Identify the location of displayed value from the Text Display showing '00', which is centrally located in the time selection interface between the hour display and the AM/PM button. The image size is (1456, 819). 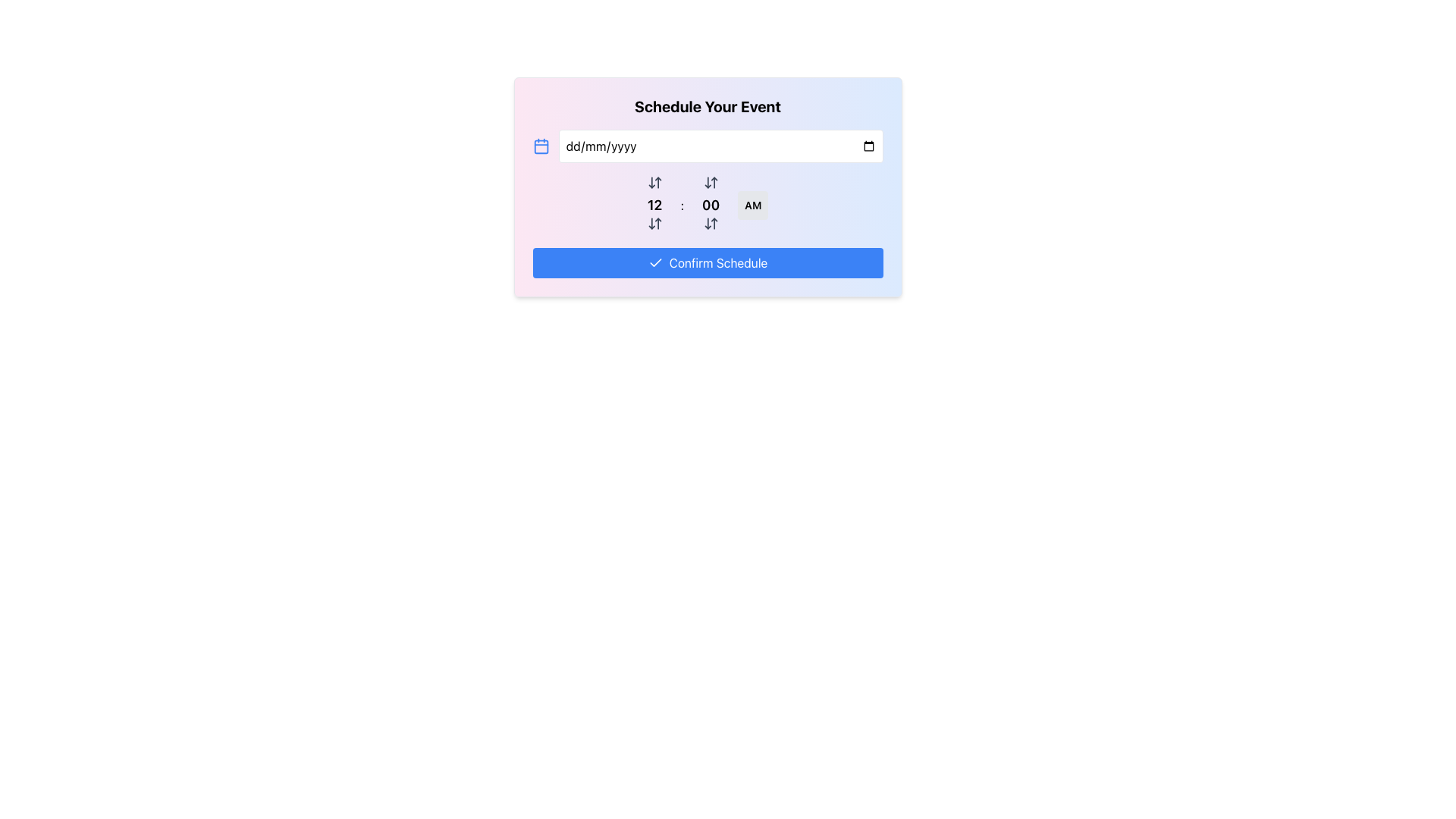
(710, 205).